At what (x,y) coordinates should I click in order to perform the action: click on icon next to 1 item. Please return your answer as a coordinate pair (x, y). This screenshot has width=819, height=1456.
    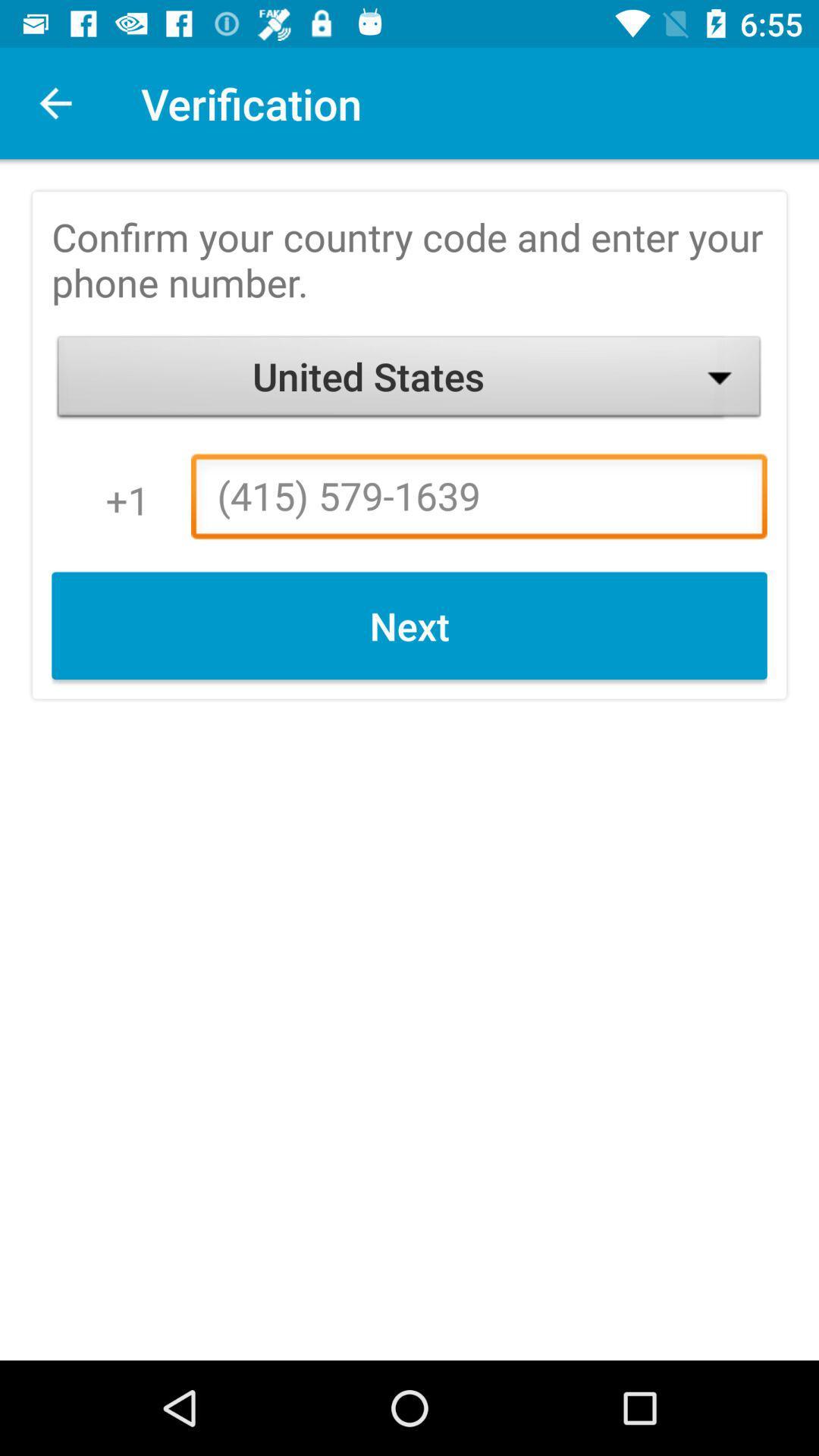
    Looking at the image, I should click on (479, 500).